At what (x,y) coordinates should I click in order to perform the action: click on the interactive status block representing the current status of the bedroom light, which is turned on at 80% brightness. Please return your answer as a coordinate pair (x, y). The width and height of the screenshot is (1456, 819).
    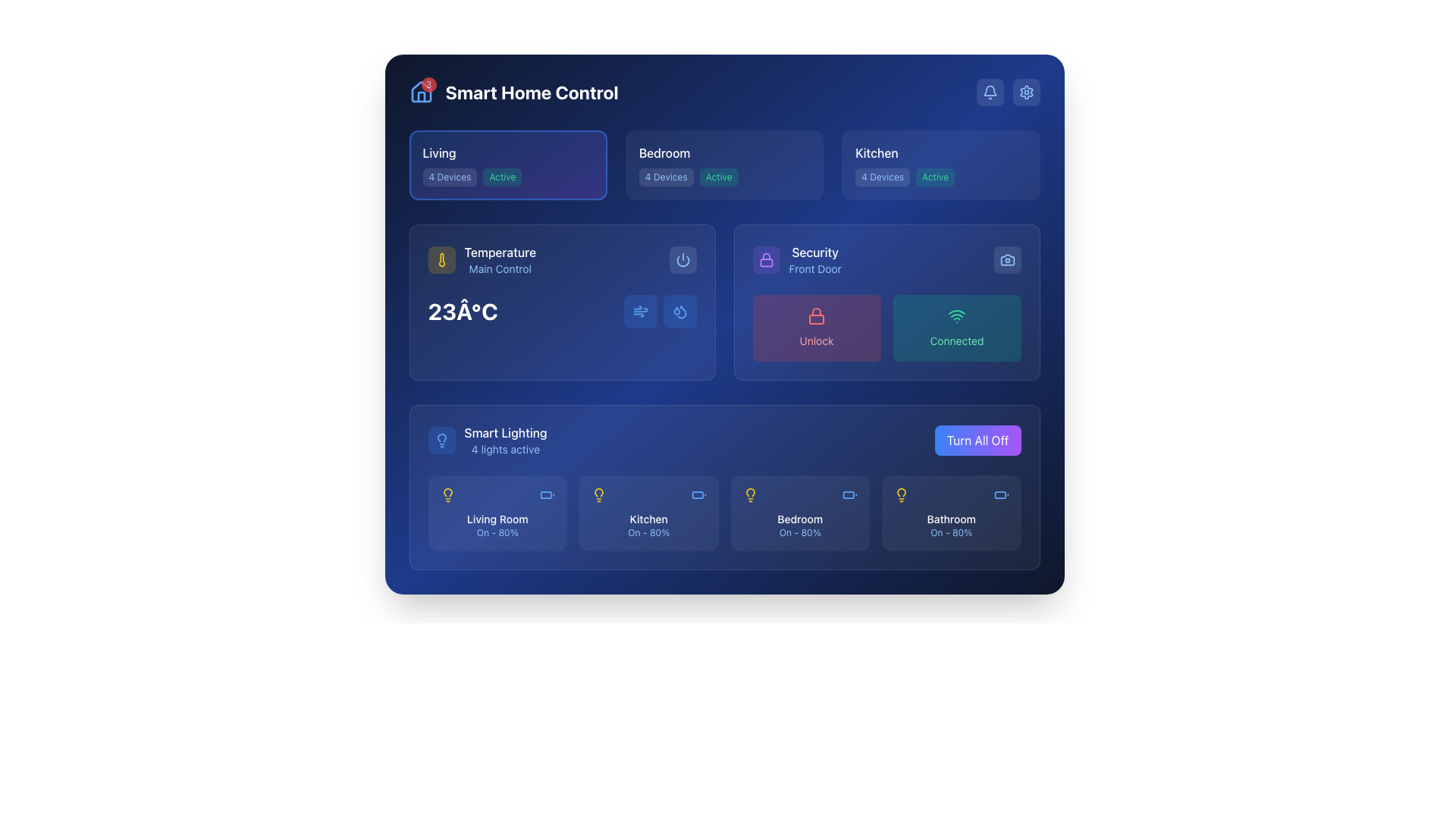
    Looking at the image, I should click on (799, 513).